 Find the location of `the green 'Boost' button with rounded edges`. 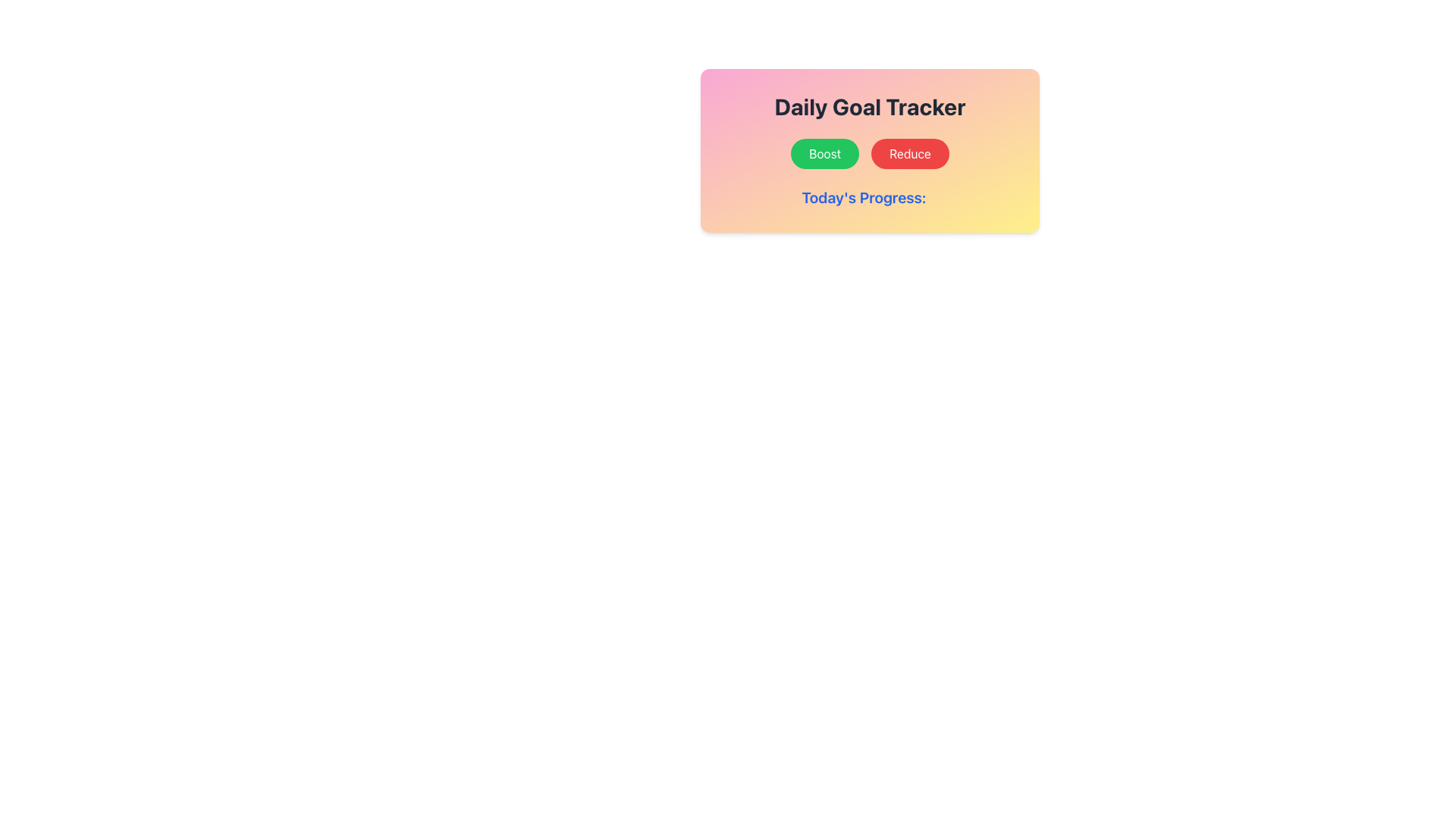

the green 'Boost' button with rounded edges is located at coordinates (824, 154).